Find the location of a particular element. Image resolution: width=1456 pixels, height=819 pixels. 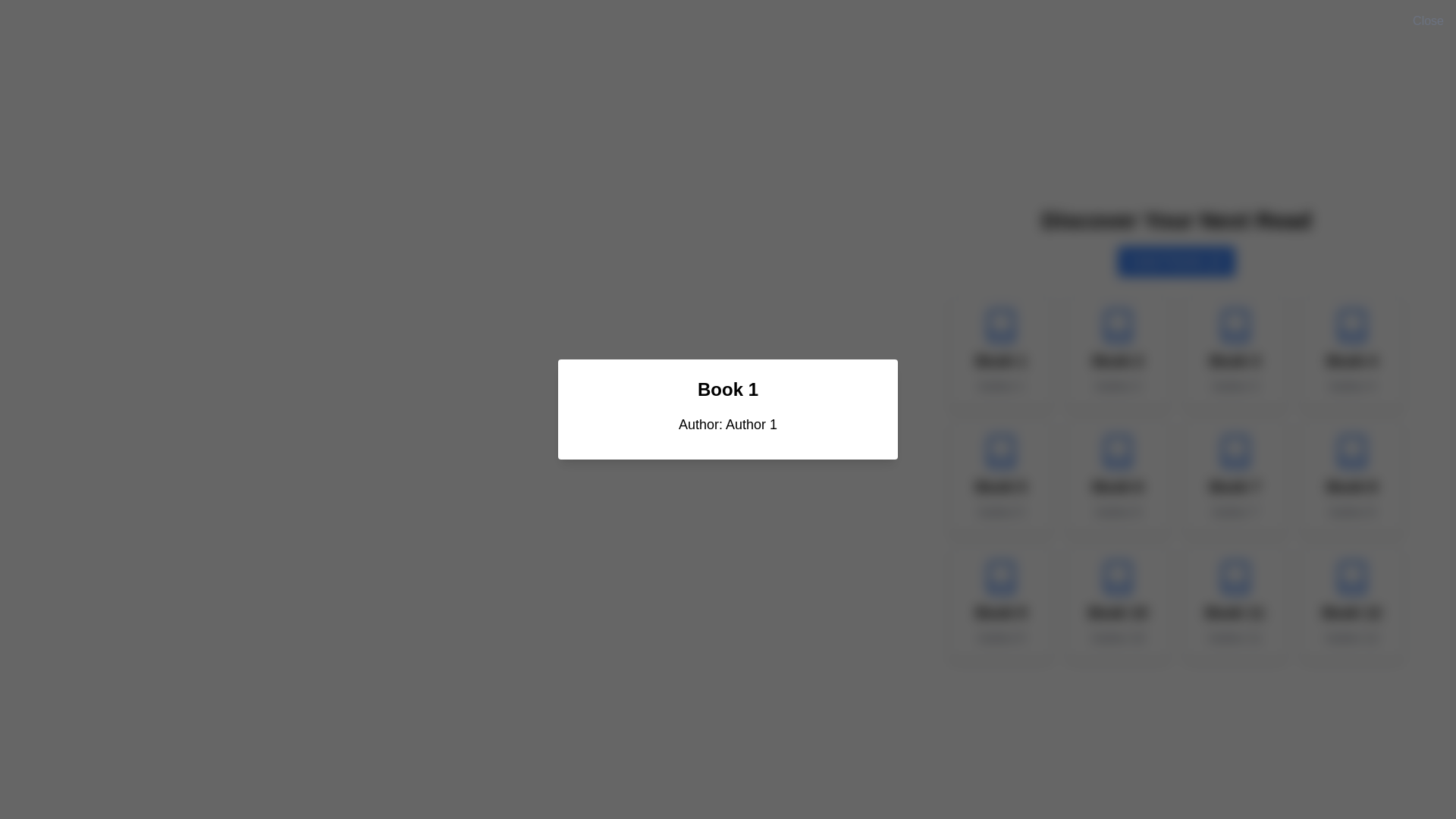

the clickable card displaying 'Book 8' by 'Author 8', located in the bottom-right section of the grid layout is located at coordinates (1351, 476).